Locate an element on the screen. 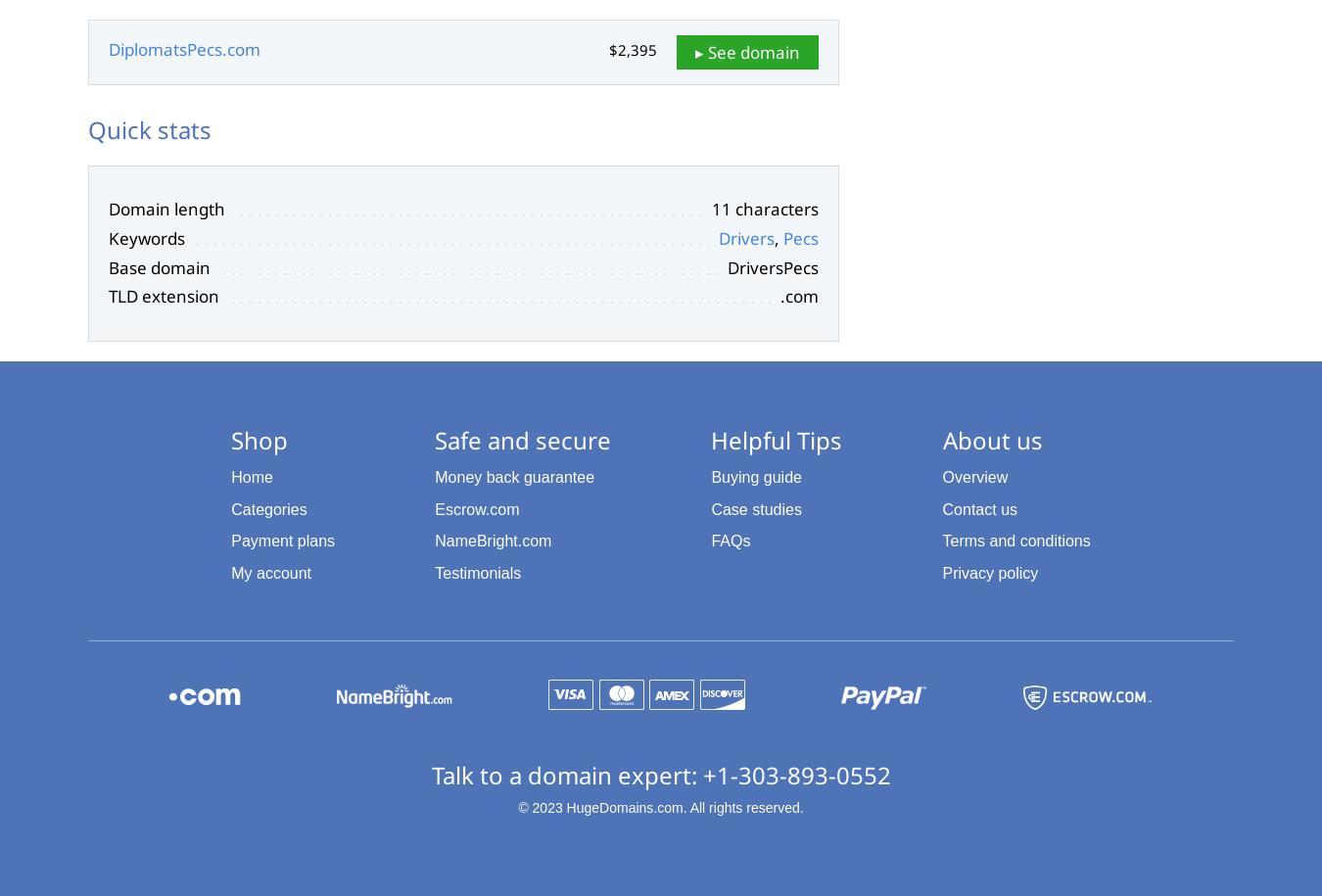  'DriversPecs' is located at coordinates (773, 265).